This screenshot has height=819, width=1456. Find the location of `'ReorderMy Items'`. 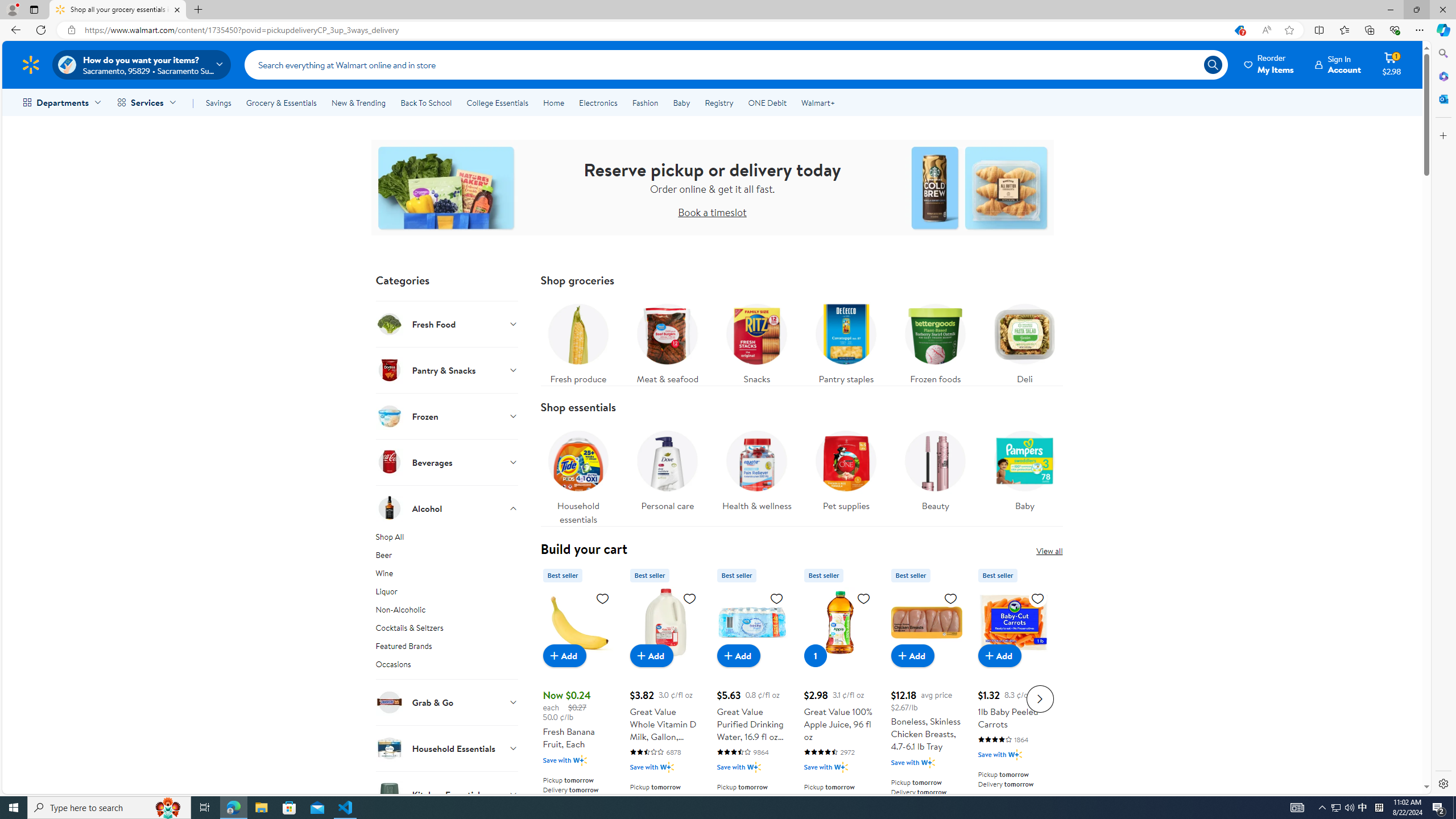

'ReorderMy Items' is located at coordinates (1269, 64).